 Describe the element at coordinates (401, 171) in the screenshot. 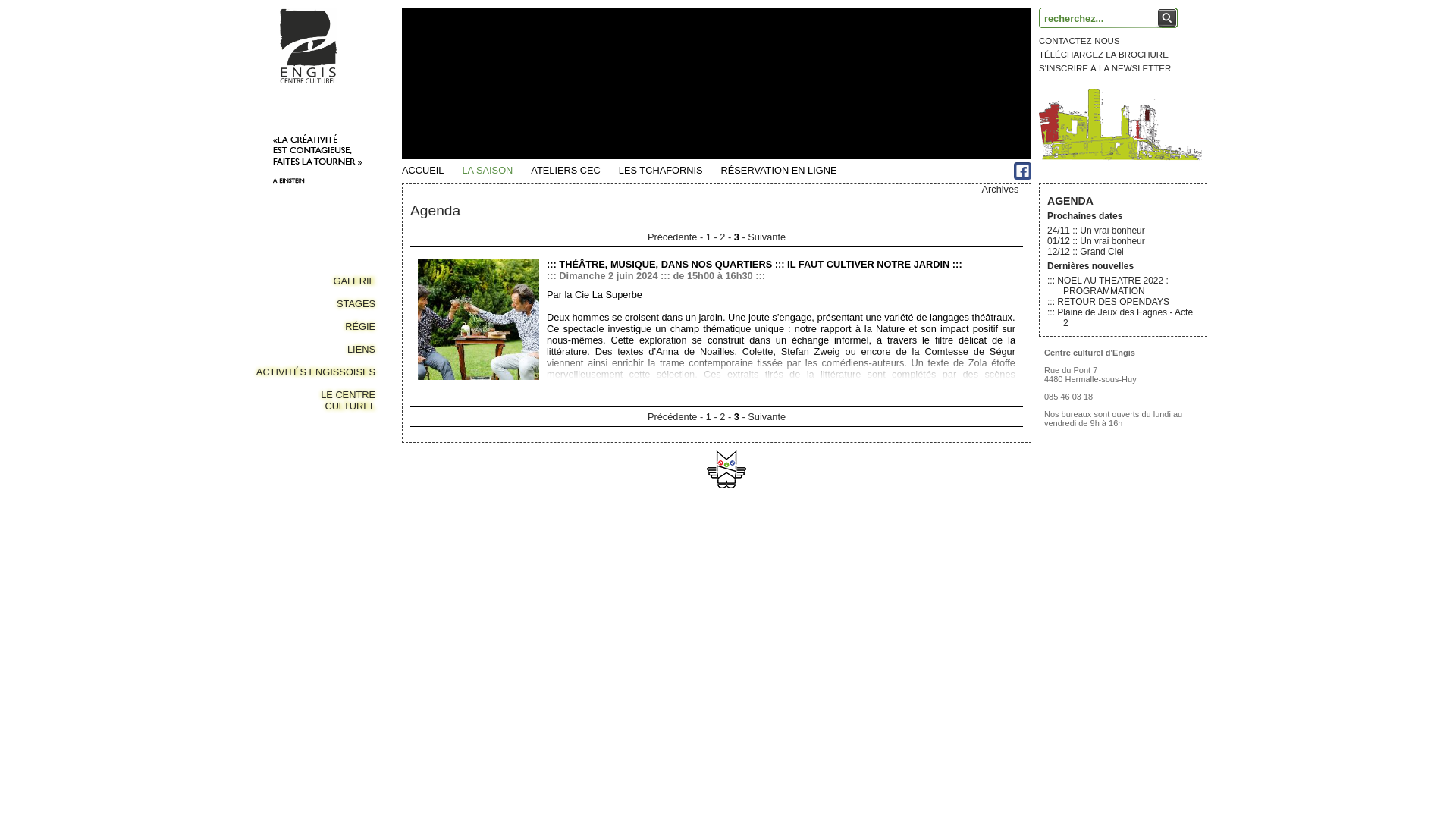

I see `'ACCUEIL'` at that location.